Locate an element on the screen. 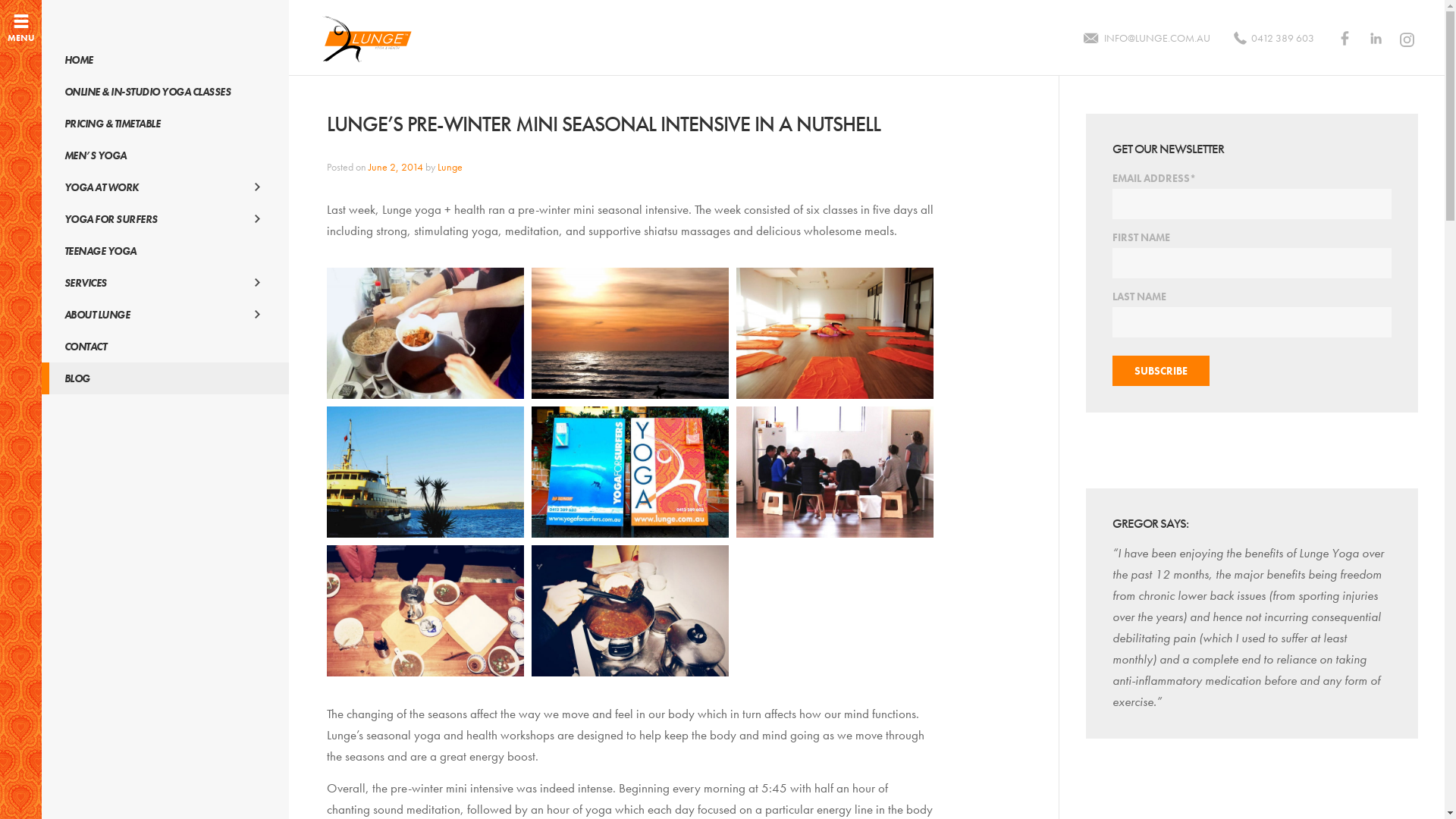 This screenshot has width=1456, height=819. 'Subscribe' is located at coordinates (1112, 371).